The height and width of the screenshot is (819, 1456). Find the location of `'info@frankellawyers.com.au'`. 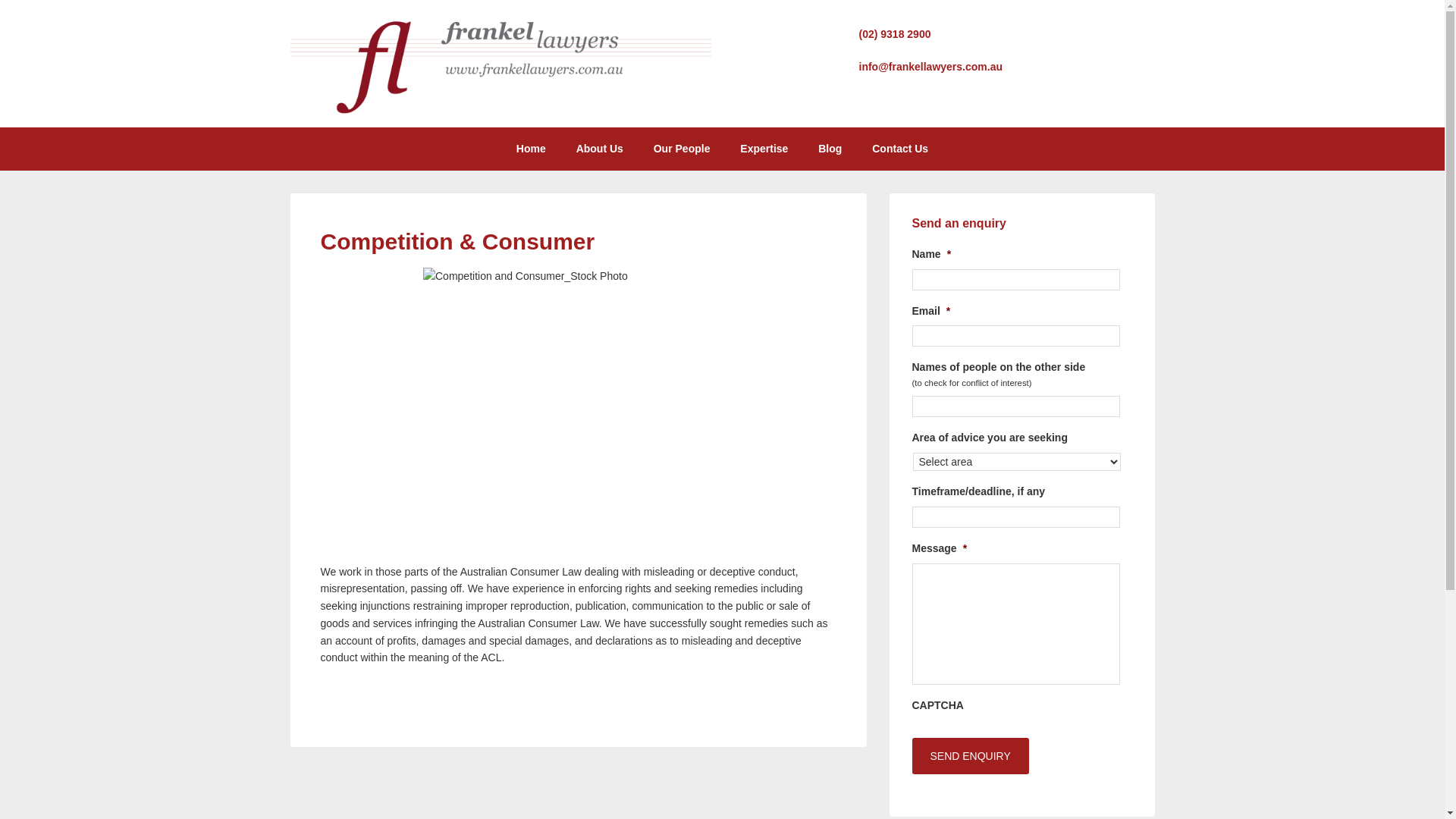

'info@frankellawyers.com.au' is located at coordinates (930, 66).